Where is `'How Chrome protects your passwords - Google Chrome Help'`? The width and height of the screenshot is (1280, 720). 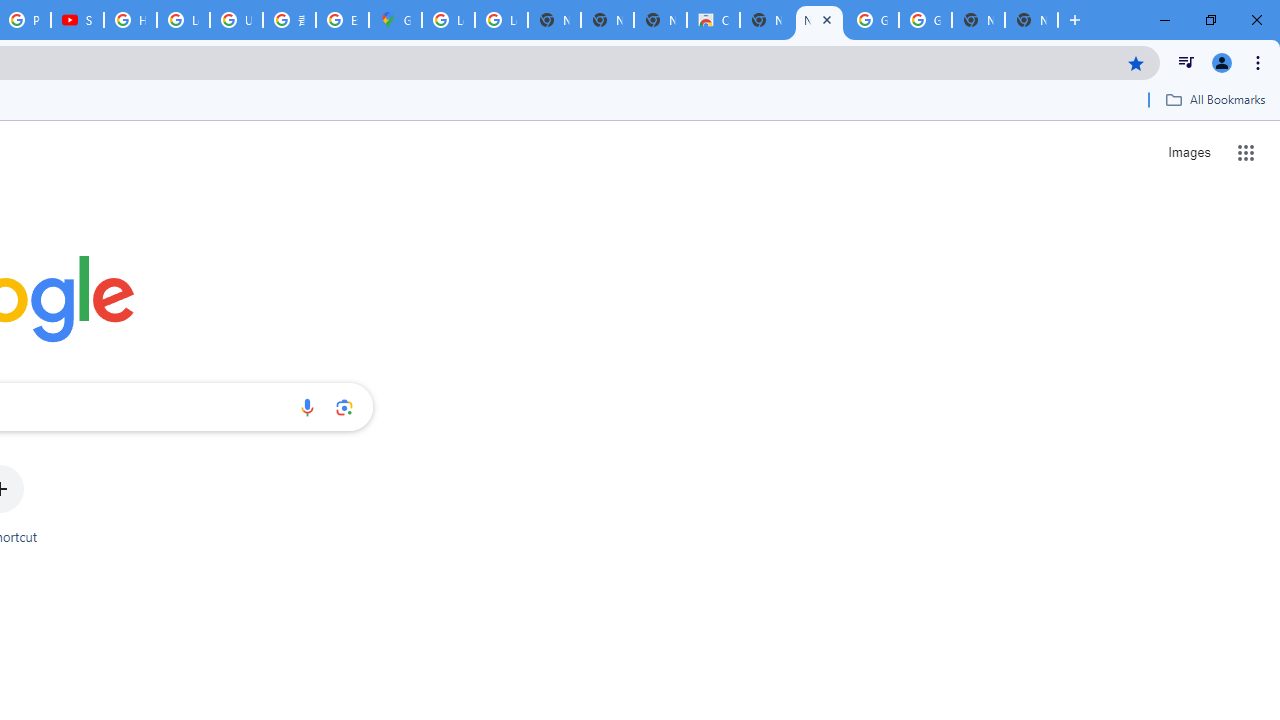
'How Chrome protects your passwords - Google Chrome Help' is located at coordinates (129, 20).